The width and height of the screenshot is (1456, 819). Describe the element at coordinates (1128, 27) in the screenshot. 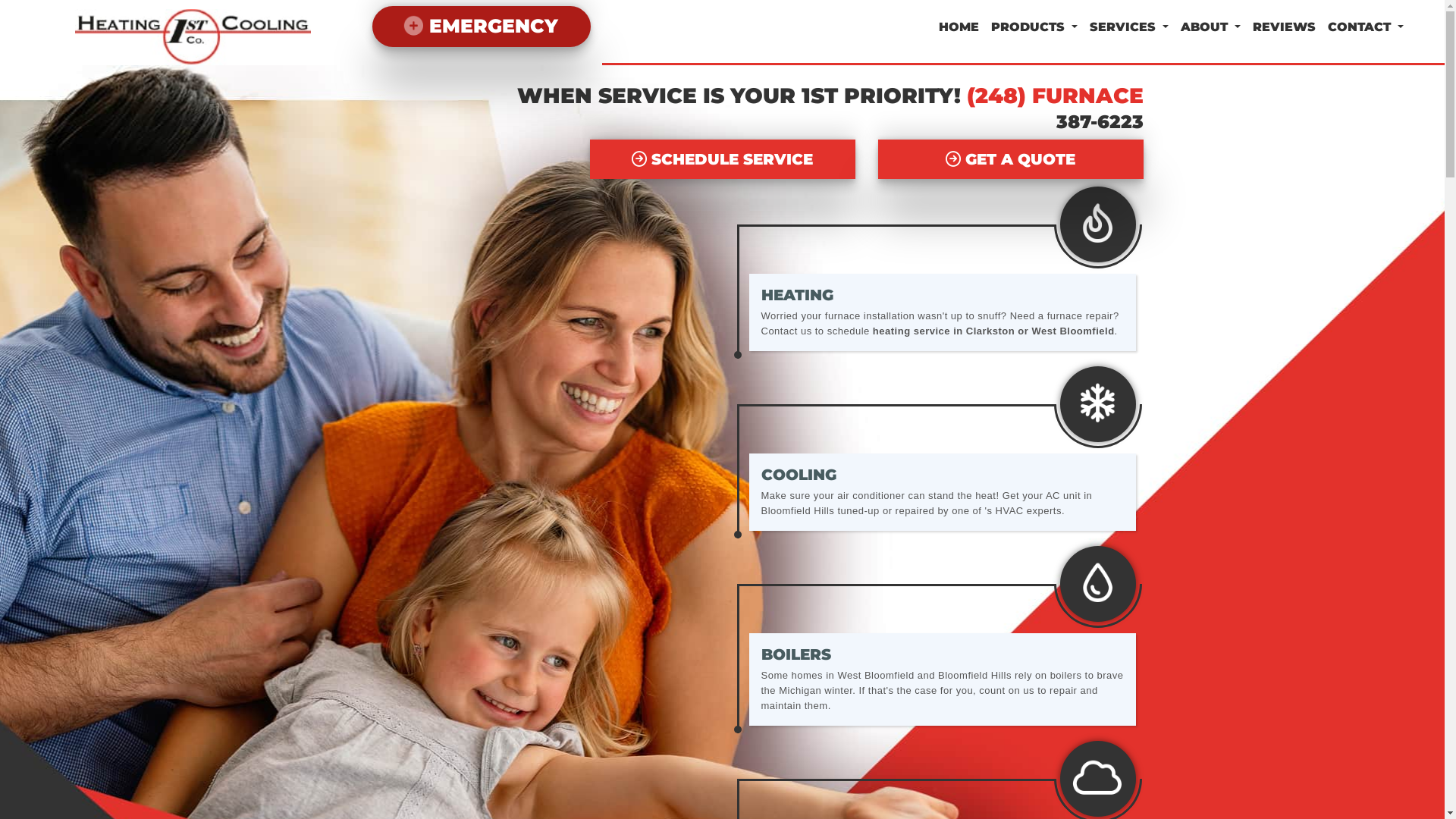

I see `'SERVICES'` at that location.